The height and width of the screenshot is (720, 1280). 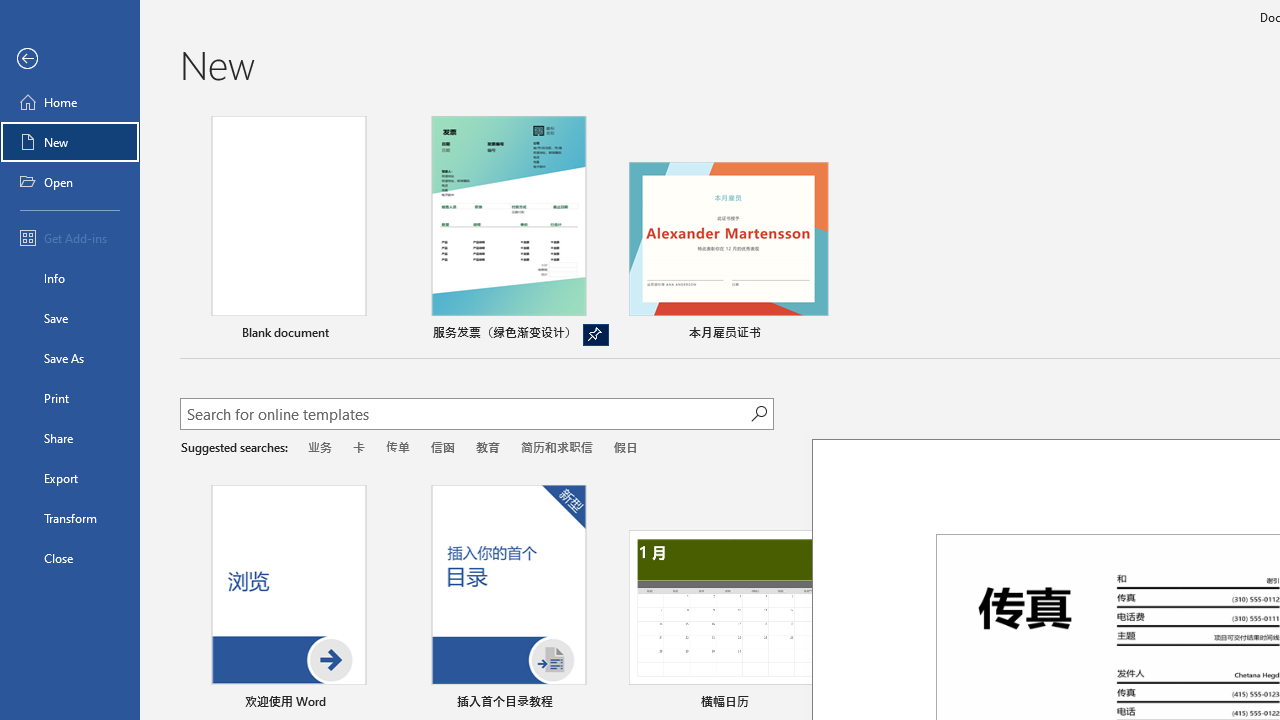 What do you see at coordinates (287, 230) in the screenshot?
I see `'Blank document'` at bounding box center [287, 230].